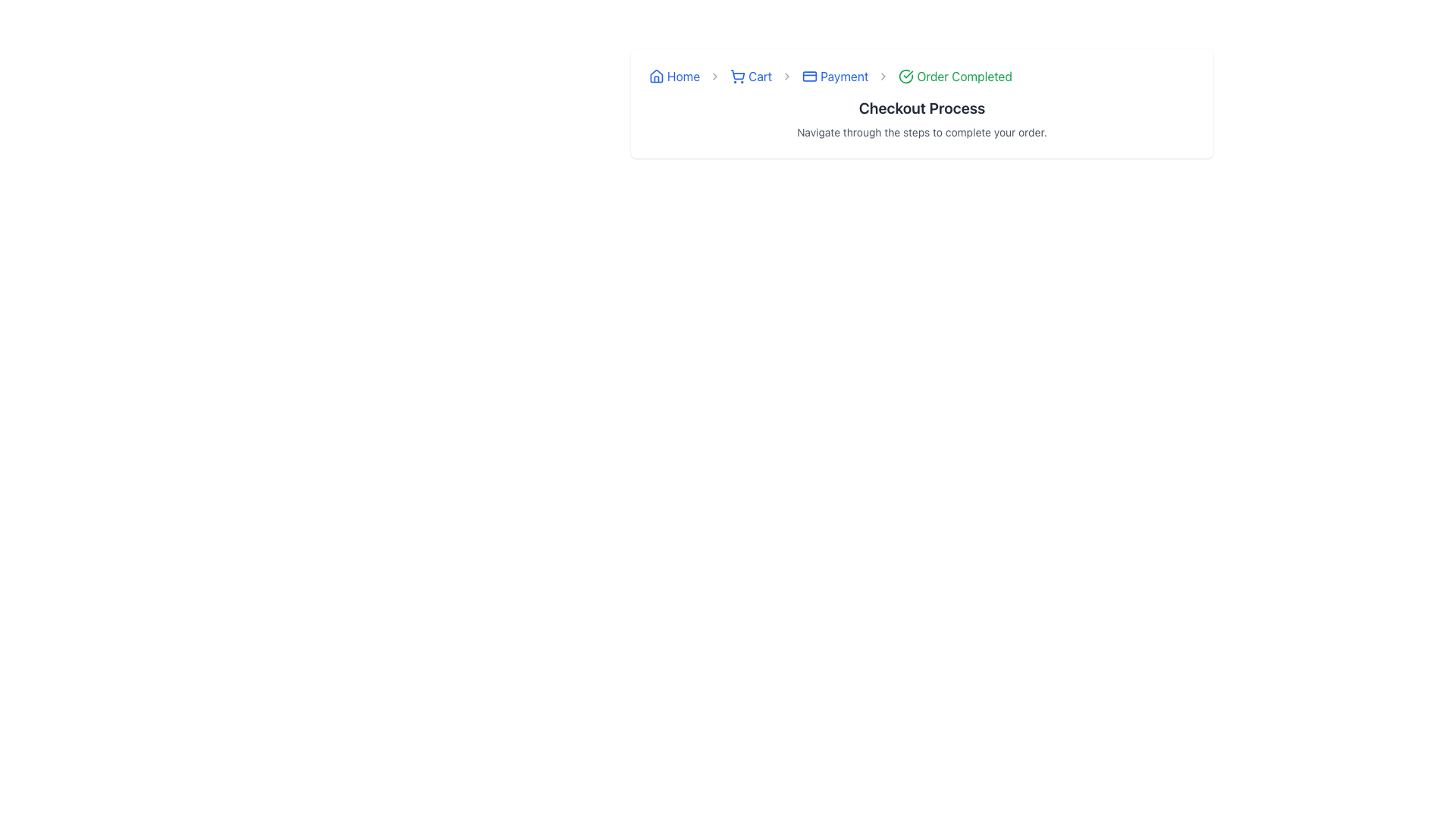  What do you see at coordinates (809, 76) in the screenshot?
I see `the credit card icon located next to the 'Payment' text in the breadcrumb navigation bar` at bounding box center [809, 76].